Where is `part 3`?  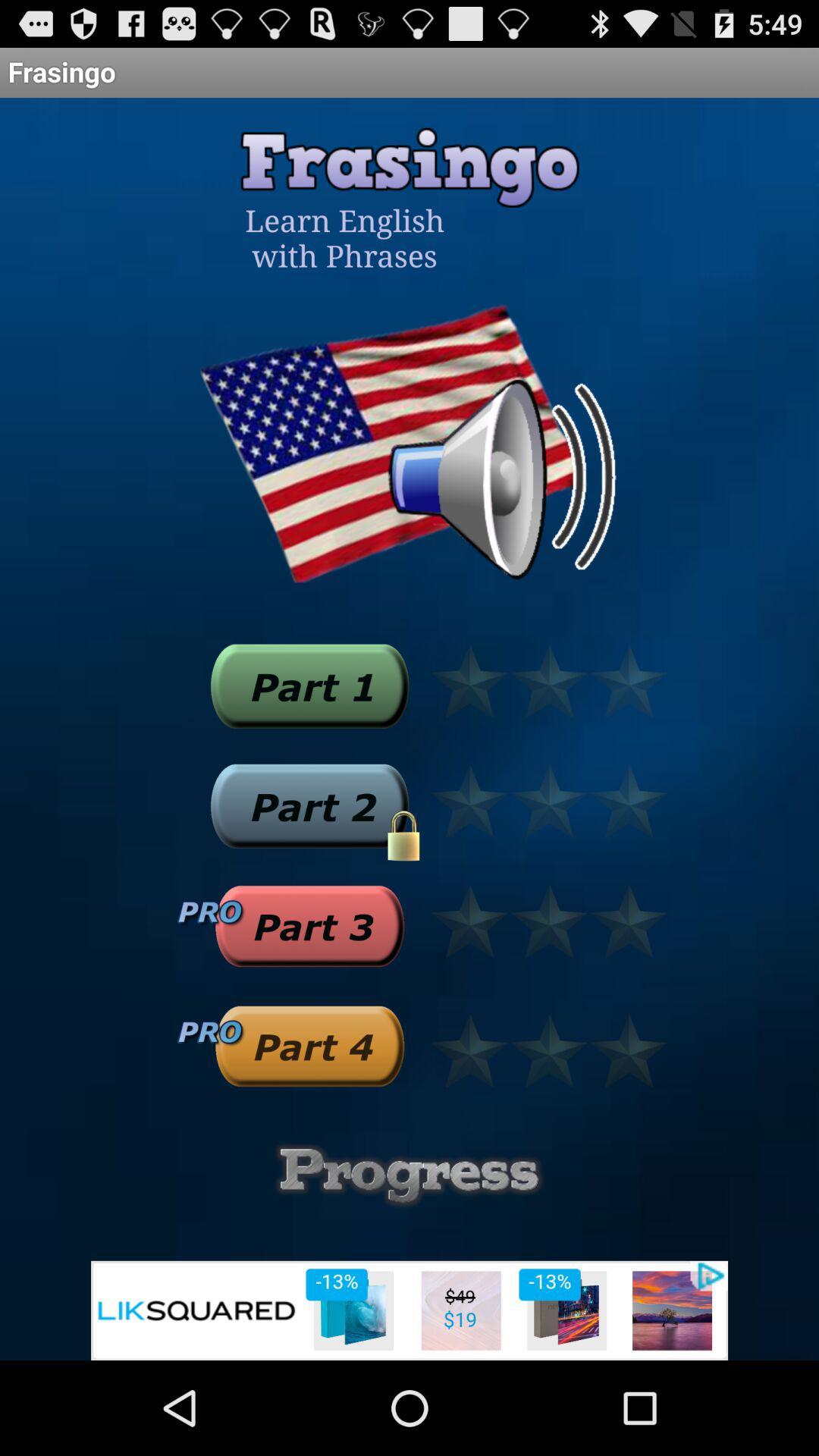 part 3 is located at coordinates (309, 925).